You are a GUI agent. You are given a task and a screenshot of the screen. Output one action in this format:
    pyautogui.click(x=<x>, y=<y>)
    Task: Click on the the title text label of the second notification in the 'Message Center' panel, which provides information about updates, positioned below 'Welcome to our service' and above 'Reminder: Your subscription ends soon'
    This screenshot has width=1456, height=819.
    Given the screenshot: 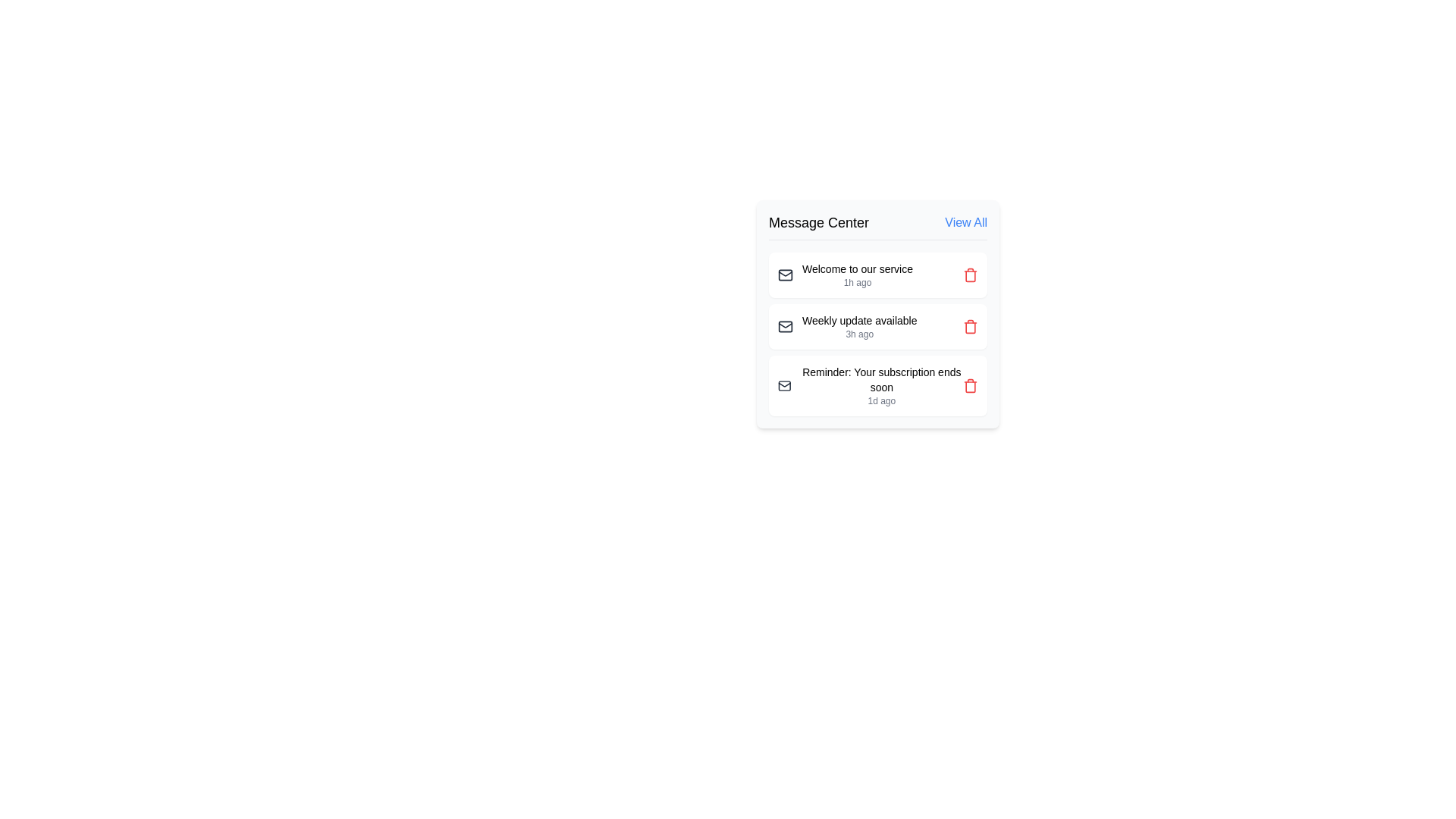 What is the action you would take?
    pyautogui.click(x=859, y=320)
    